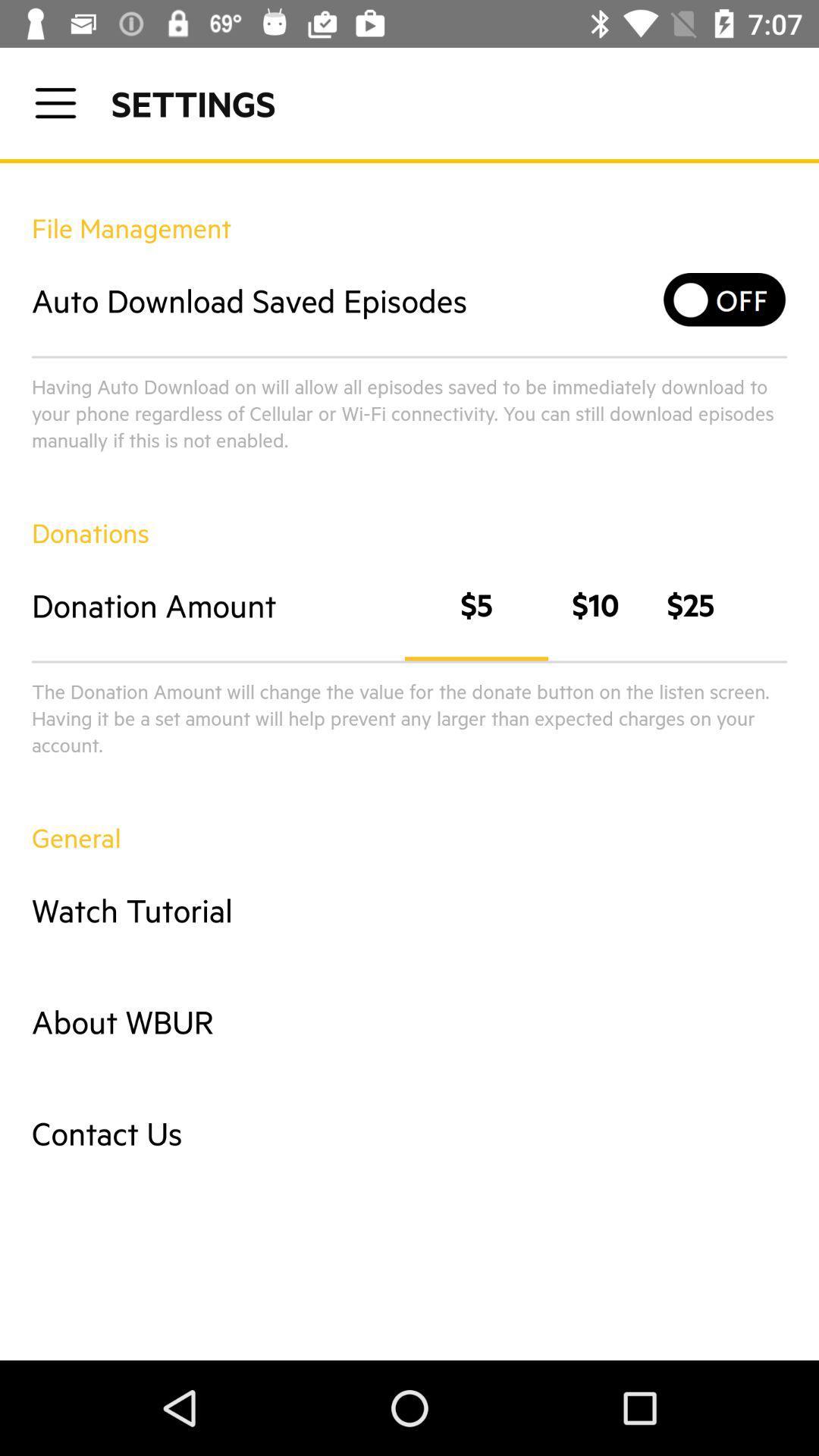 The width and height of the screenshot is (819, 1456). I want to click on about wbur icon, so click(409, 1021).